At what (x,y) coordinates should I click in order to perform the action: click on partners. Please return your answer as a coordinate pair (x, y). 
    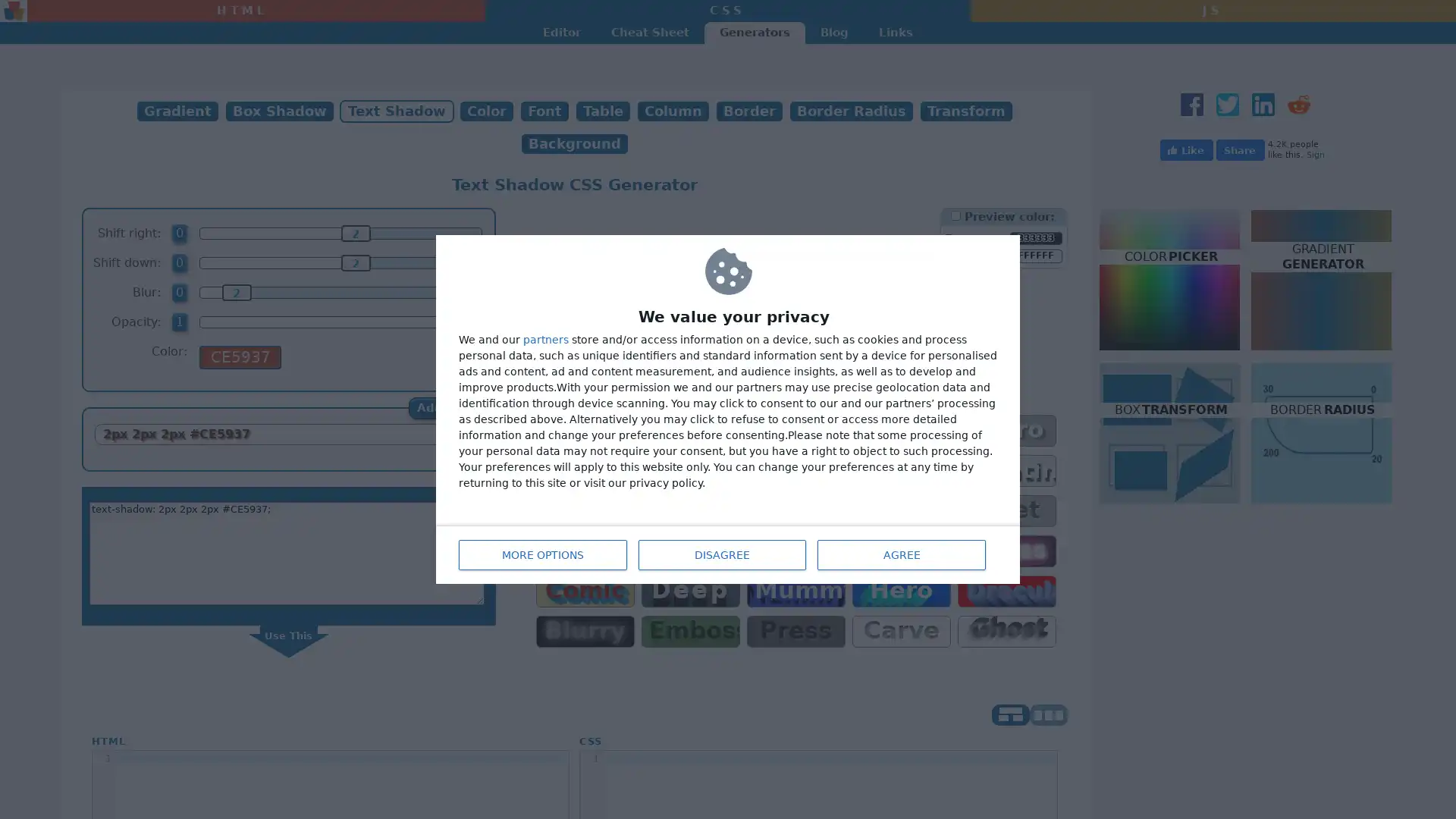
    Looking at the image, I should click on (546, 338).